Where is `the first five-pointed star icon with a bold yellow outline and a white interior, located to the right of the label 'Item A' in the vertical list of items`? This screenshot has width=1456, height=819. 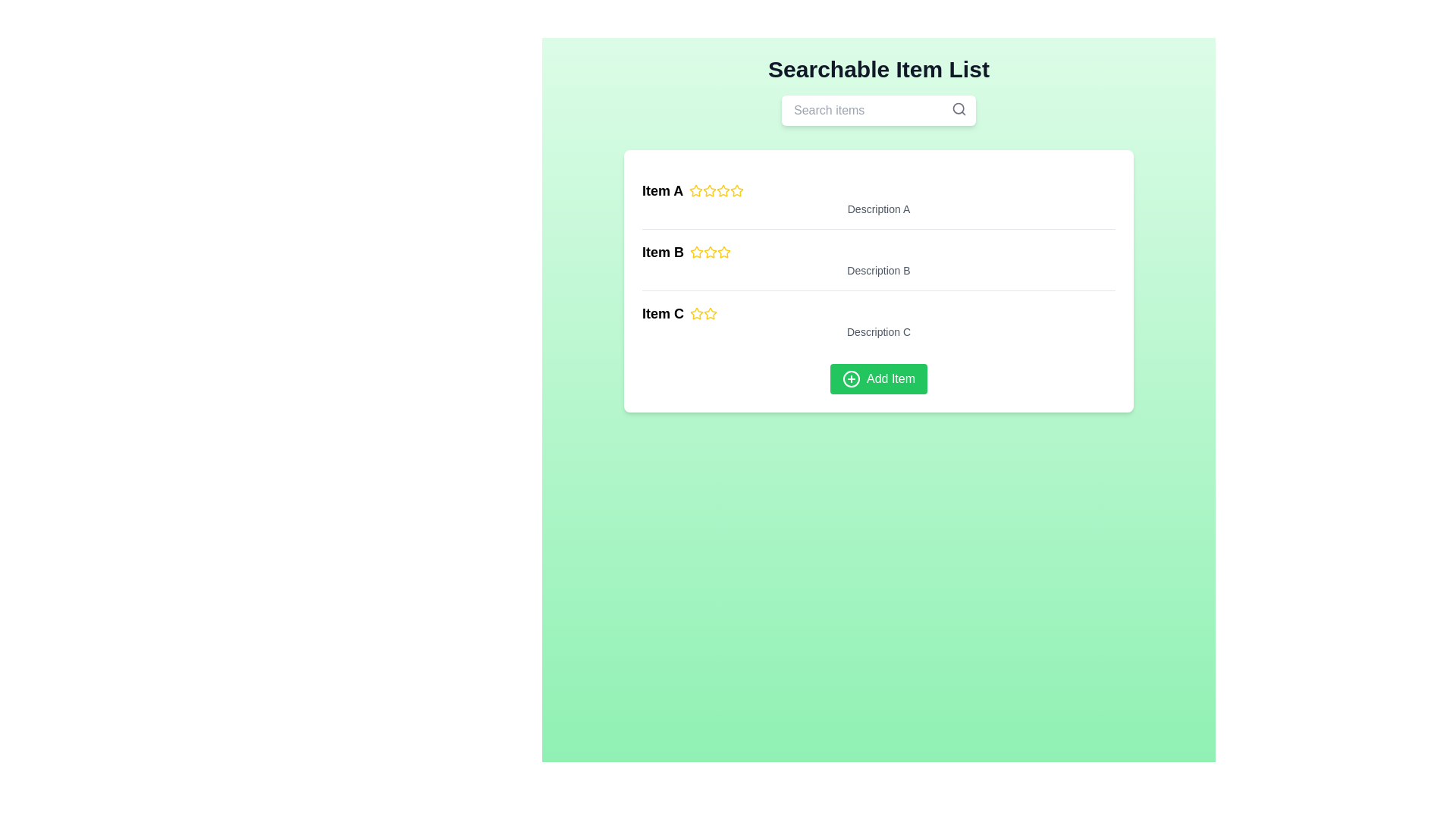 the first five-pointed star icon with a bold yellow outline and a white interior, located to the right of the label 'Item A' in the vertical list of items is located at coordinates (695, 190).